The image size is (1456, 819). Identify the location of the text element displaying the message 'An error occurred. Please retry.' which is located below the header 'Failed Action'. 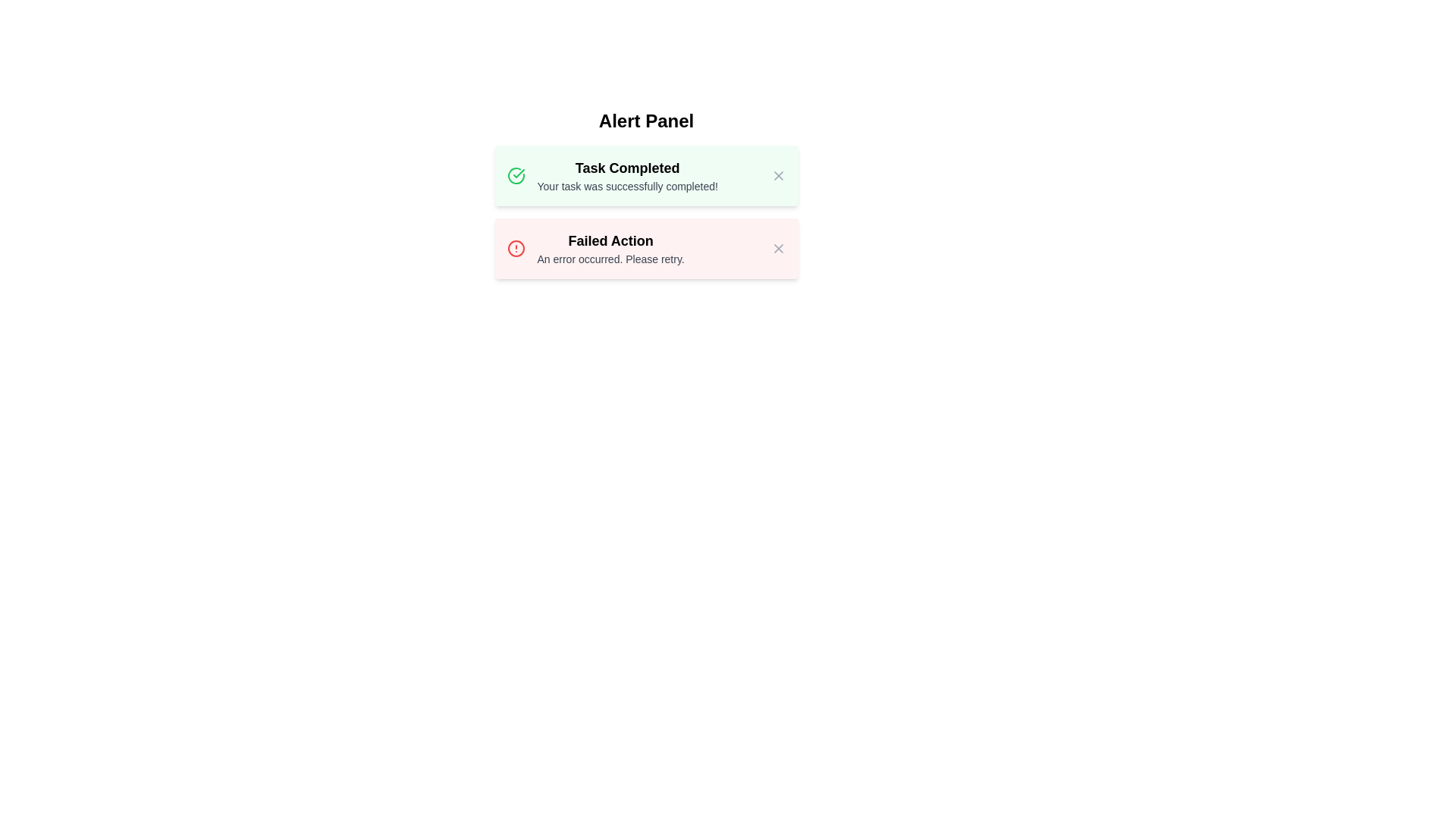
(610, 259).